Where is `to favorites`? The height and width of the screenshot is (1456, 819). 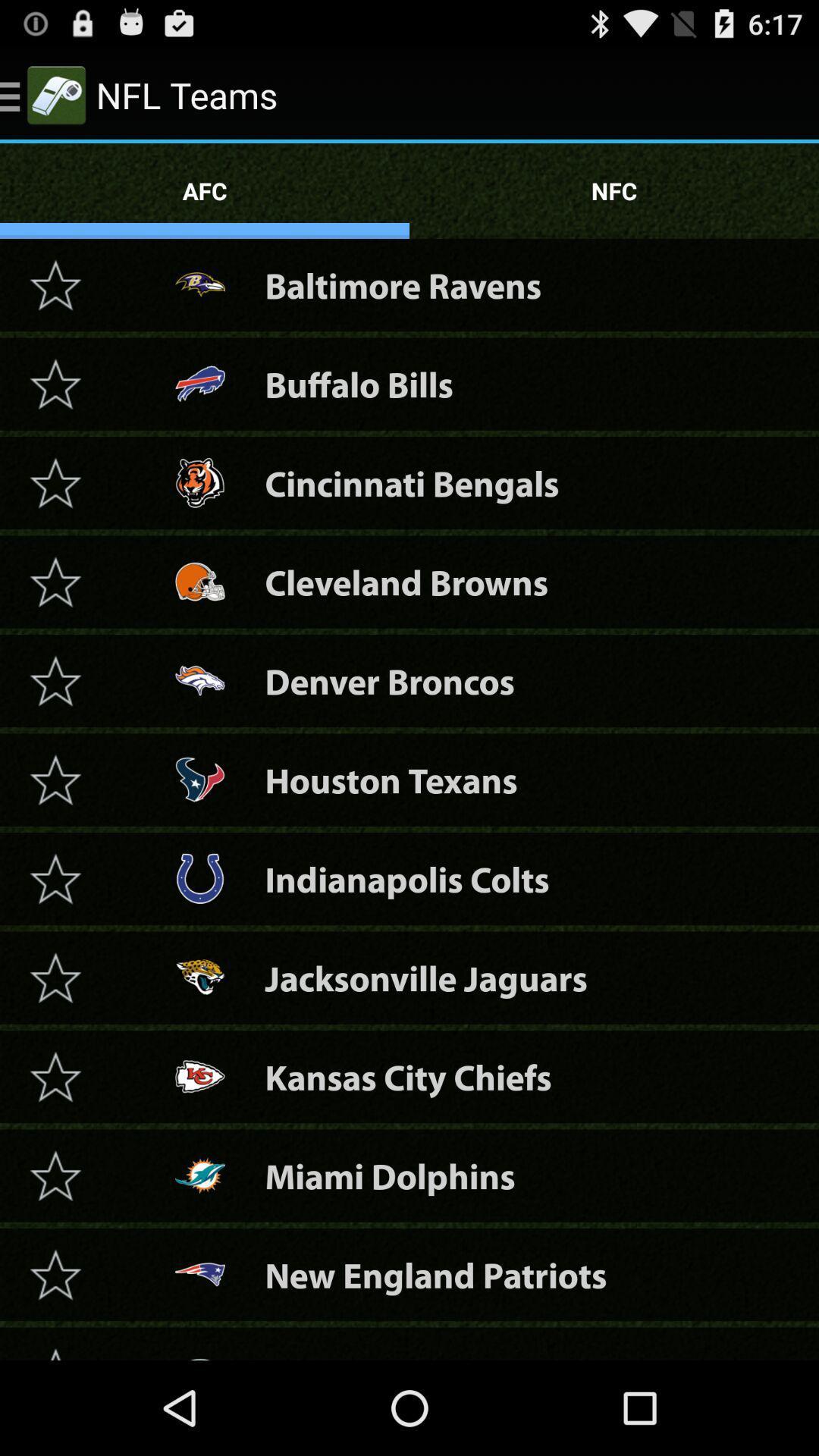 to favorites is located at coordinates (55, 780).